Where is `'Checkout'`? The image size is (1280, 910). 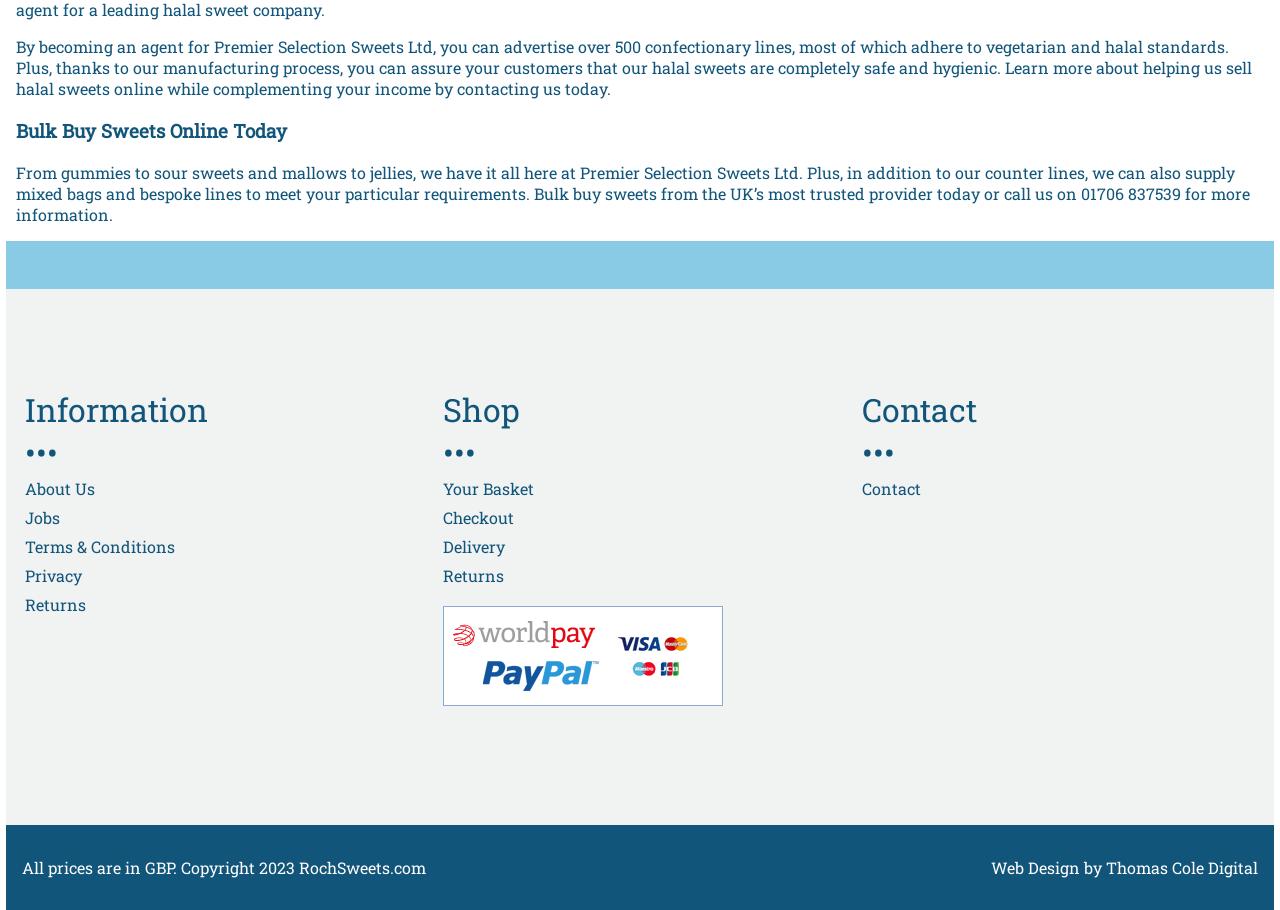
'Checkout' is located at coordinates (477, 516).